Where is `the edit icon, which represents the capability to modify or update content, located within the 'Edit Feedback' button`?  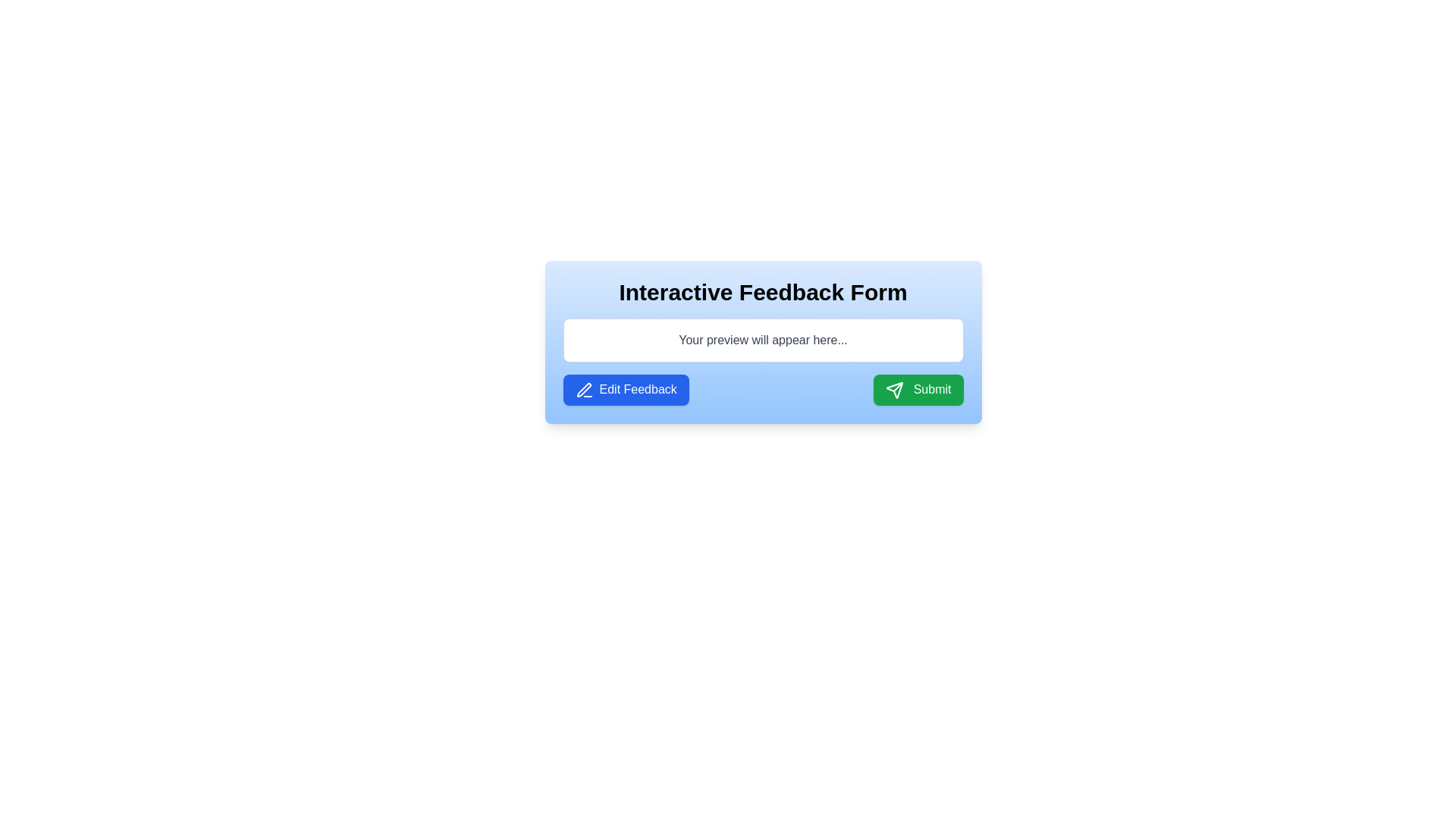 the edit icon, which represents the capability to modify or update content, located within the 'Edit Feedback' button is located at coordinates (582, 389).